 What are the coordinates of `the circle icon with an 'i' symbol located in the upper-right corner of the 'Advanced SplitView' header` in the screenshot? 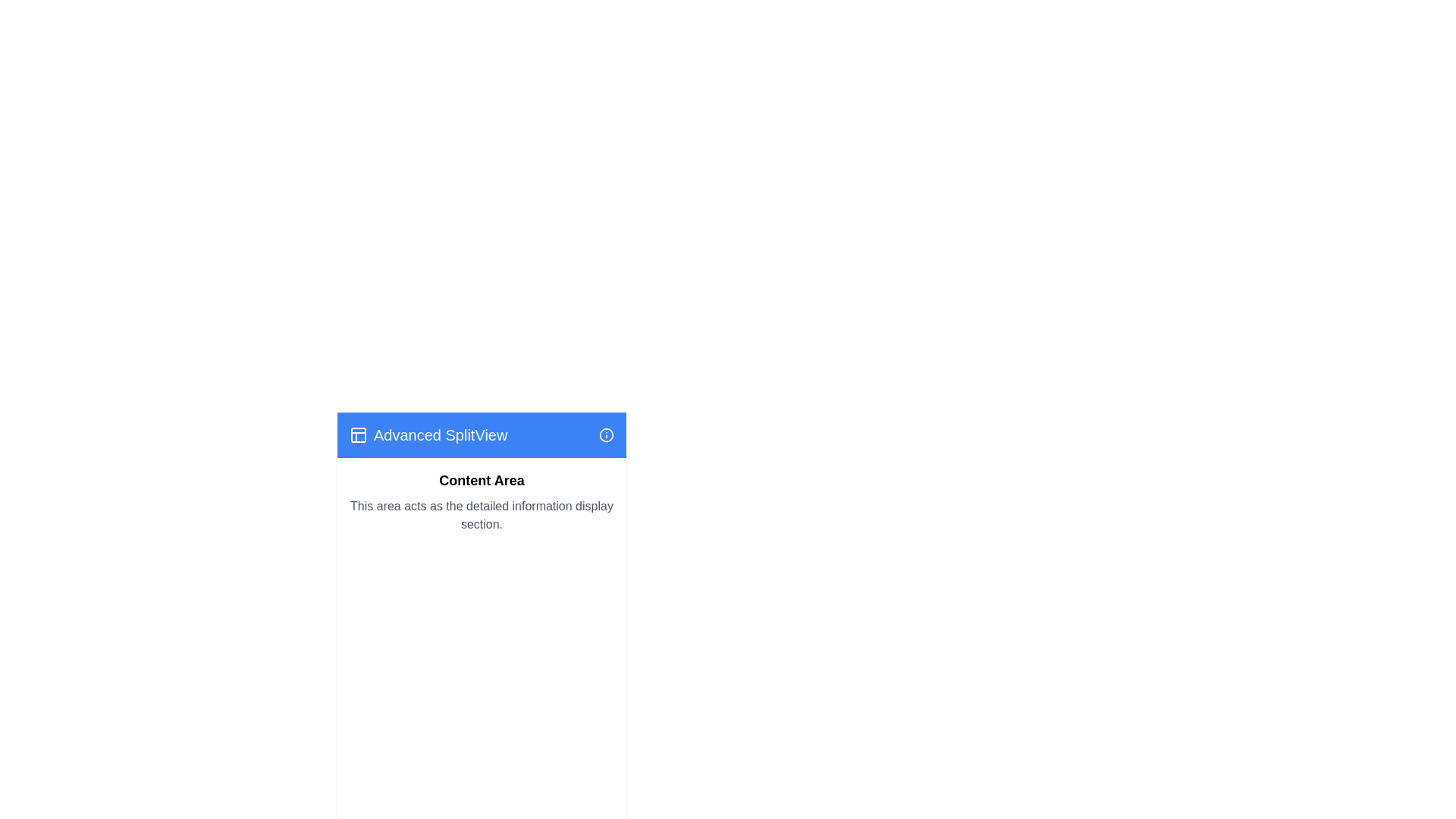 It's located at (607, 435).